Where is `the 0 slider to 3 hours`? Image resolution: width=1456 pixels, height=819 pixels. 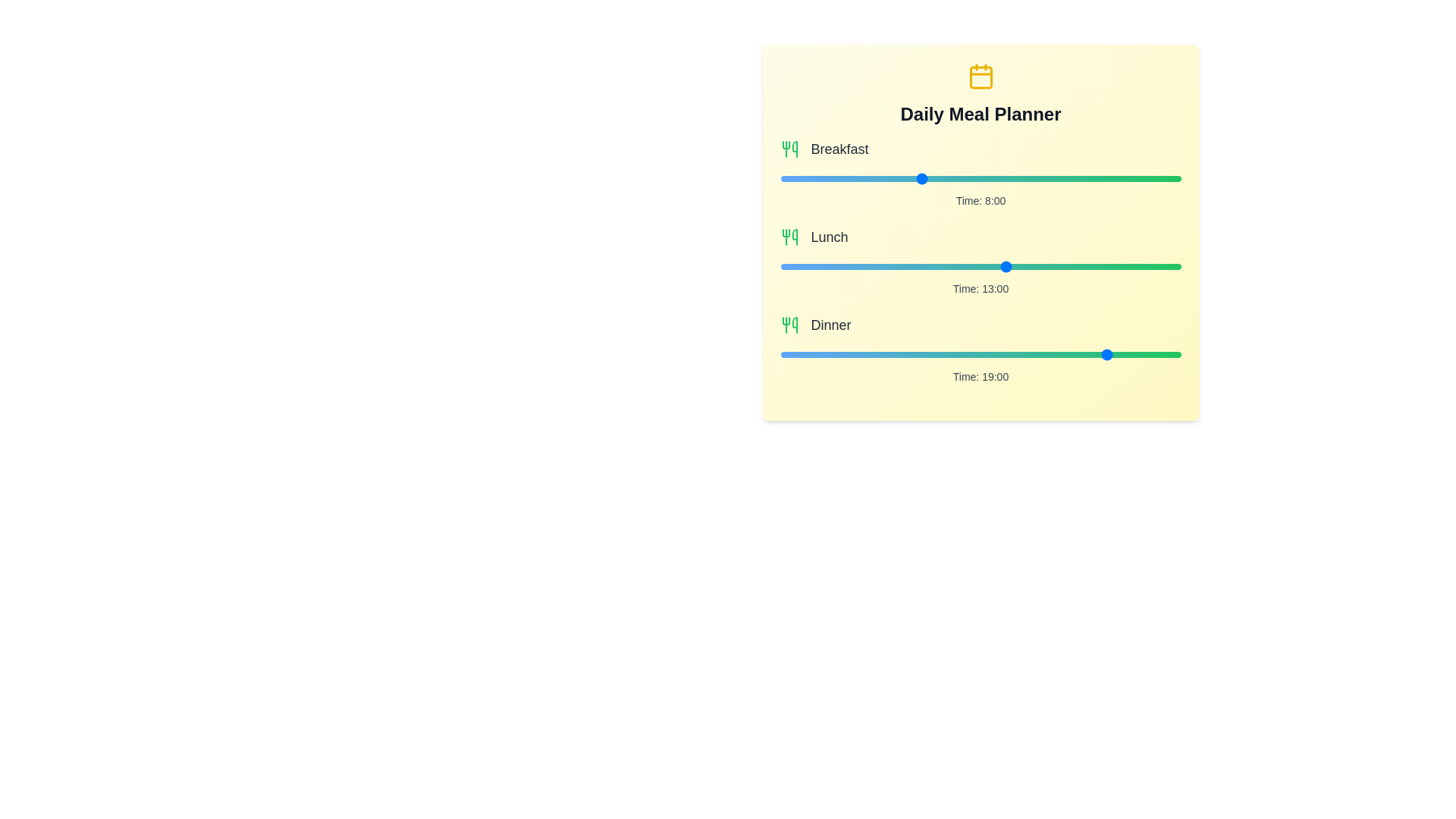 the 0 slider to 3 hours is located at coordinates (1032, 177).